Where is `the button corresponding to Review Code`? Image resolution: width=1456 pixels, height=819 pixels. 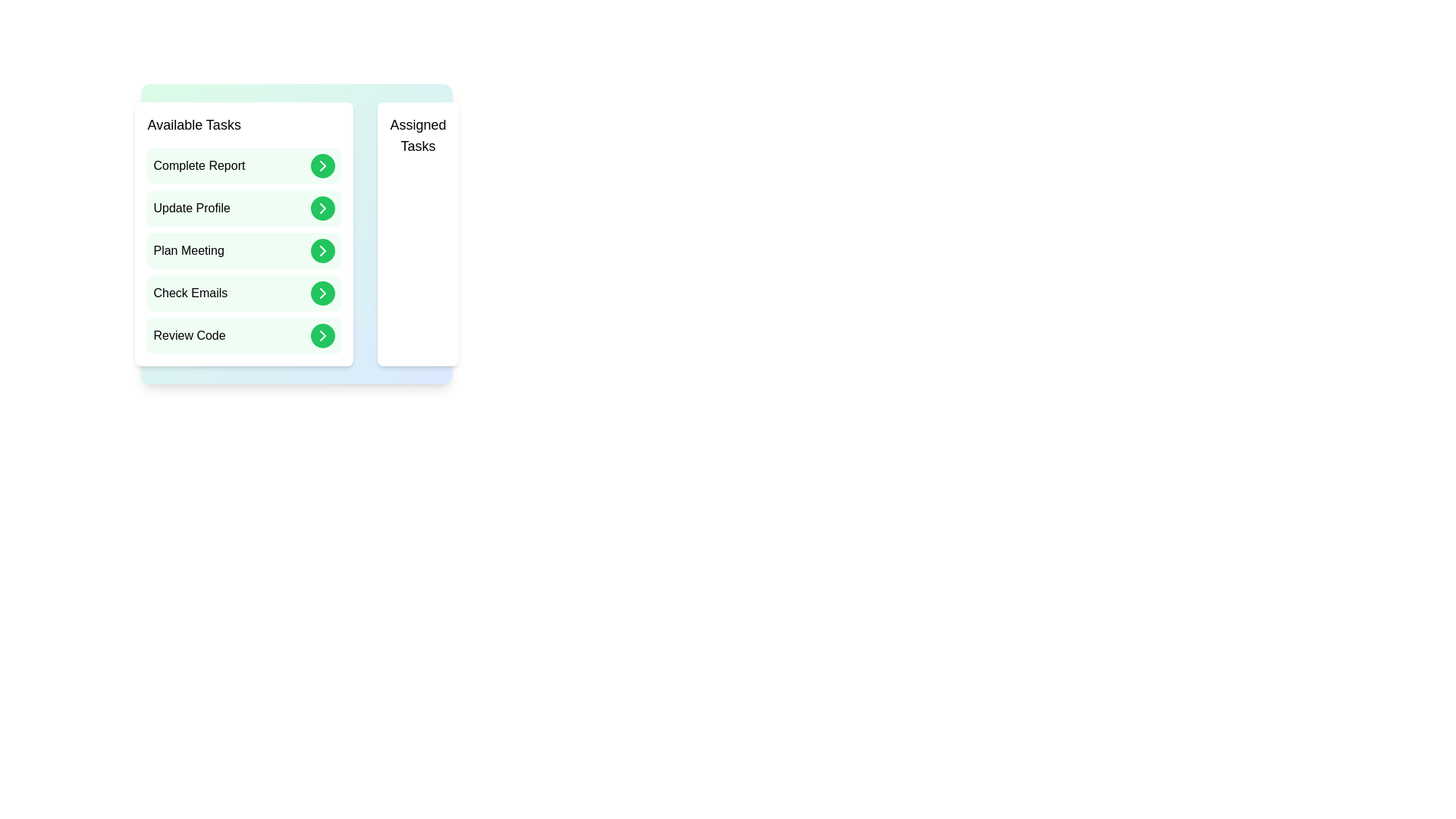
the button corresponding to Review Code is located at coordinates (322, 335).